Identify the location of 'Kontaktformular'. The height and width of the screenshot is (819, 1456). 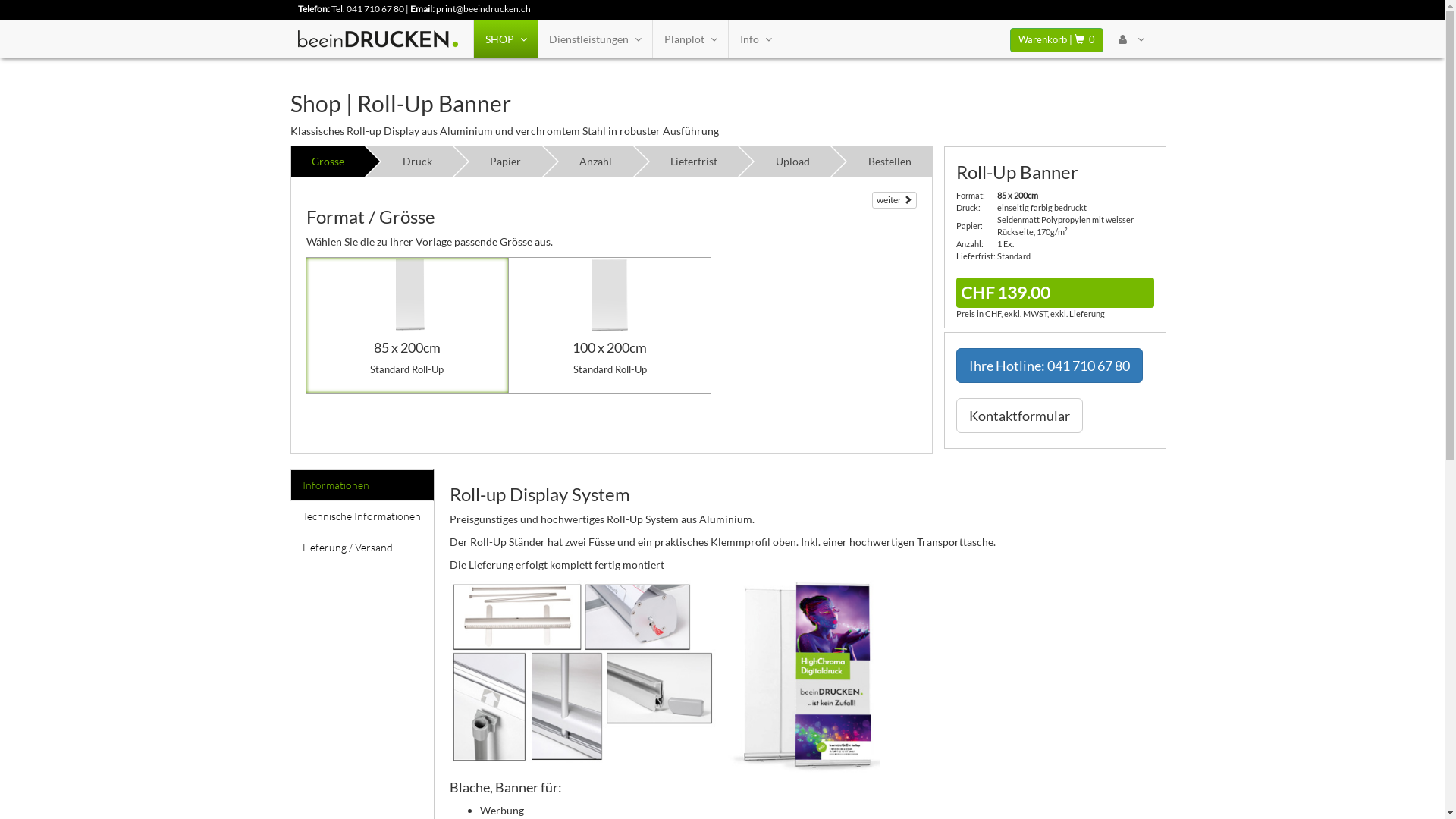
(1019, 415).